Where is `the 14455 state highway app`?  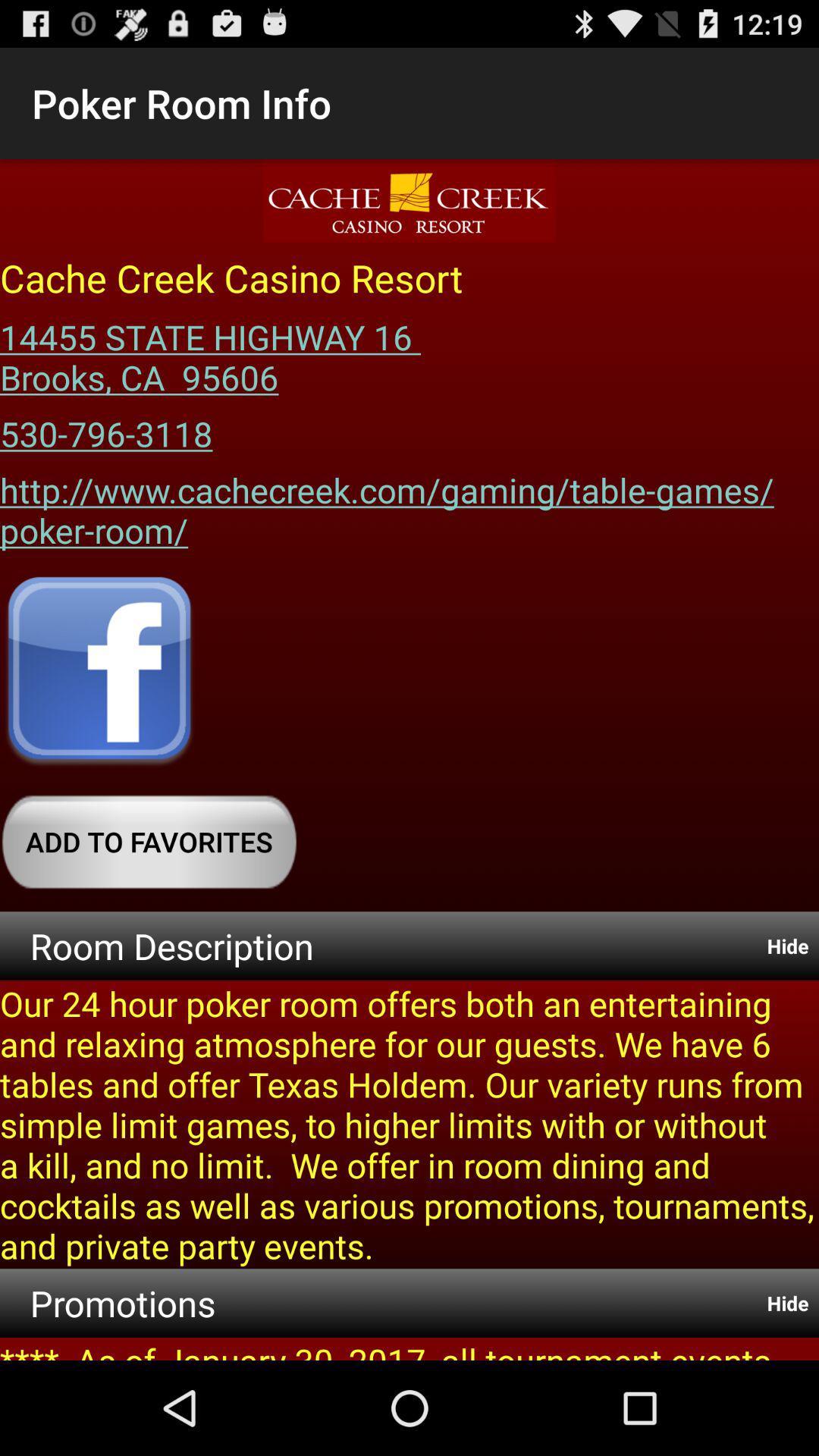
the 14455 state highway app is located at coordinates (215, 351).